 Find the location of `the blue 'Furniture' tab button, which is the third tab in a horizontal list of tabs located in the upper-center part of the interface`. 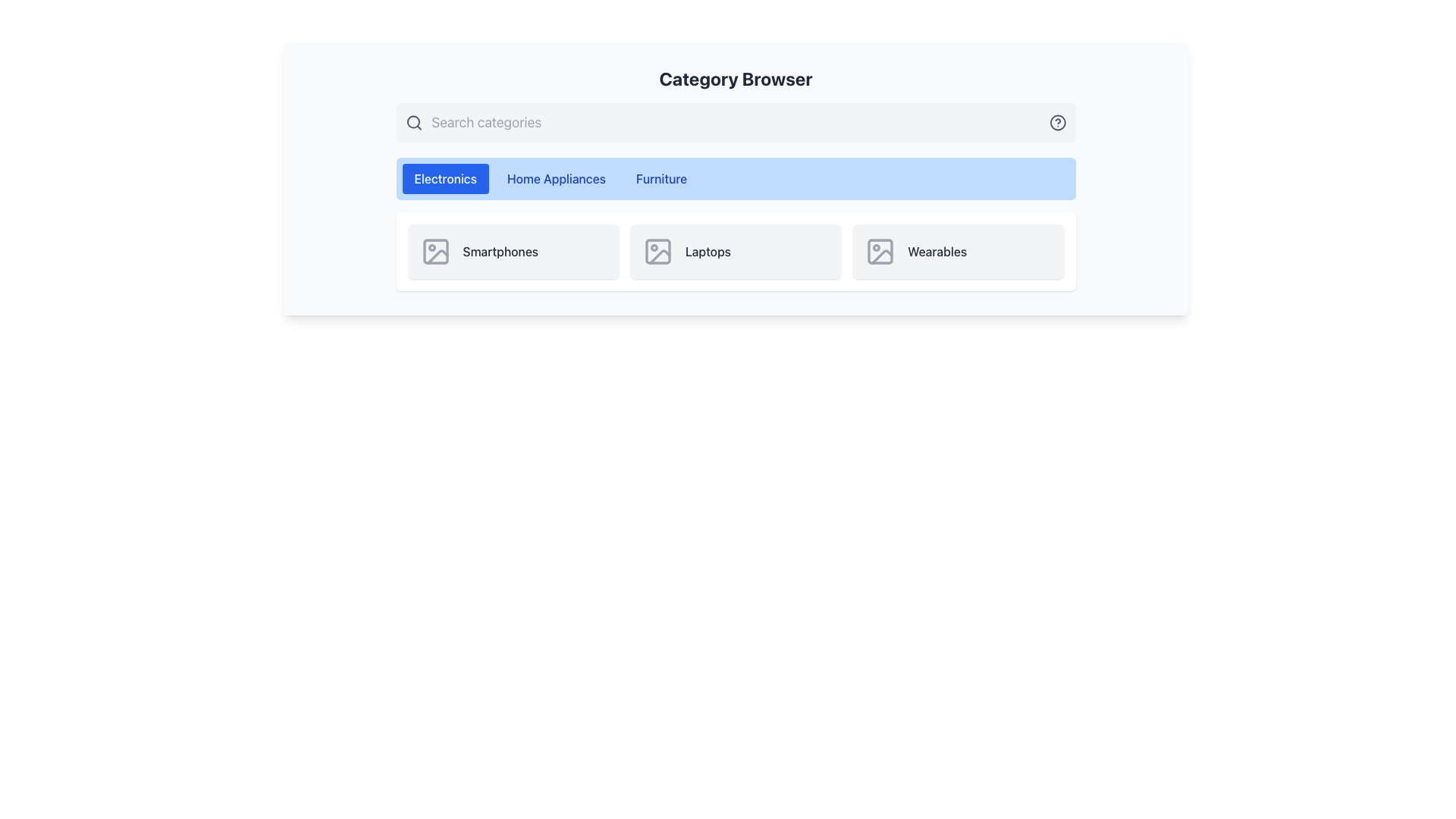

the blue 'Furniture' tab button, which is the third tab in a horizontal list of tabs located in the upper-center part of the interface is located at coordinates (661, 177).